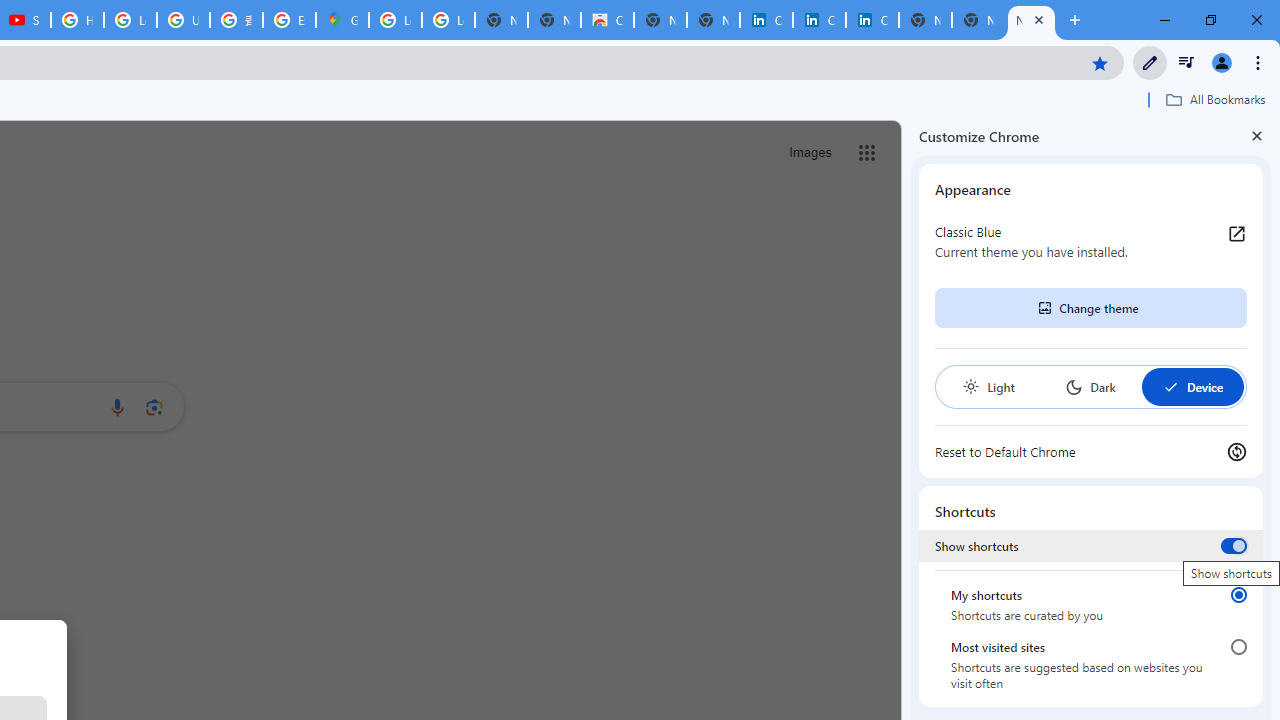 The image size is (1280, 720). I want to click on 'Control your music, videos, and more', so click(1185, 61).